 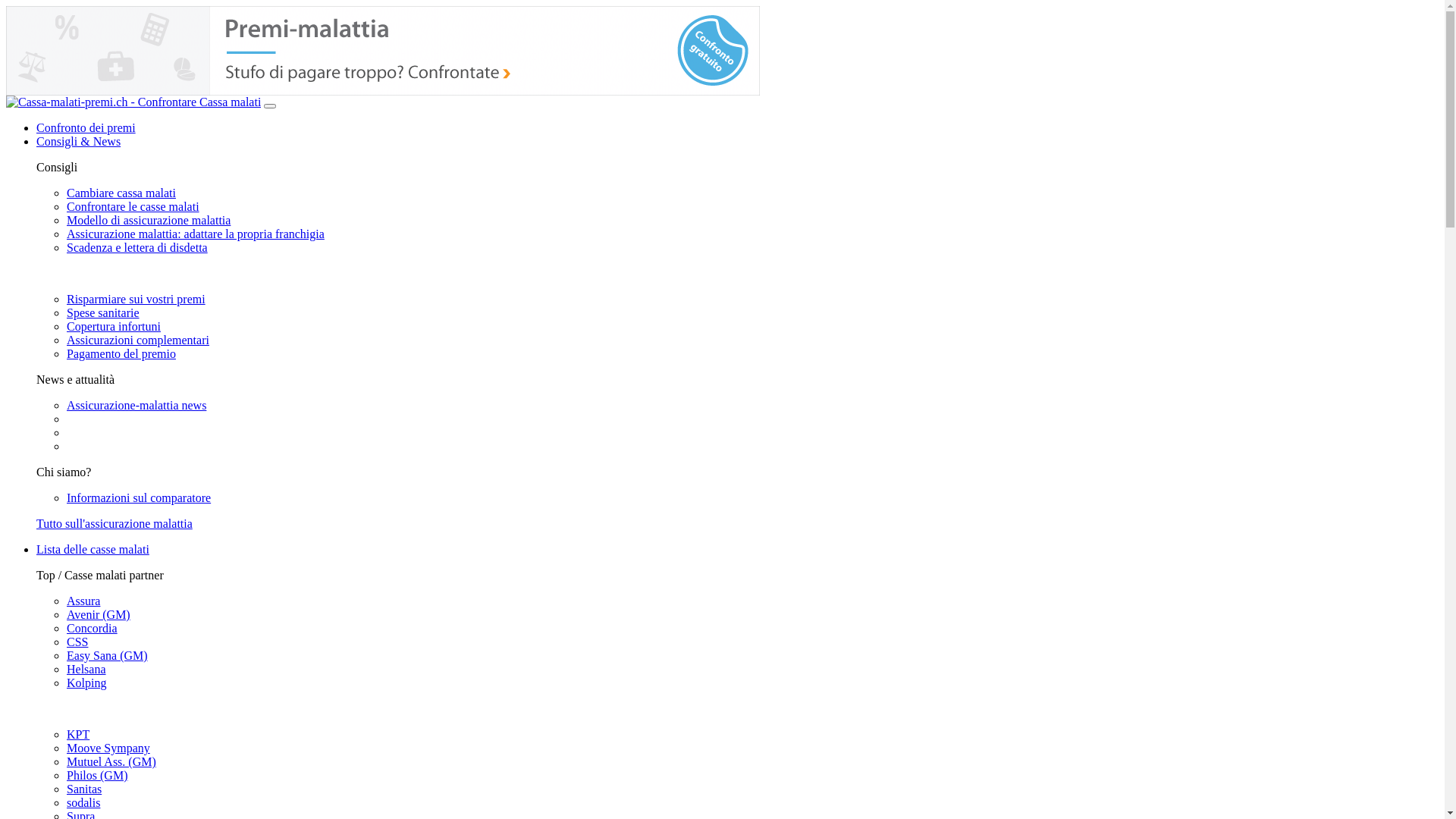 What do you see at coordinates (120, 192) in the screenshot?
I see `'Cambiare cassa malati'` at bounding box center [120, 192].